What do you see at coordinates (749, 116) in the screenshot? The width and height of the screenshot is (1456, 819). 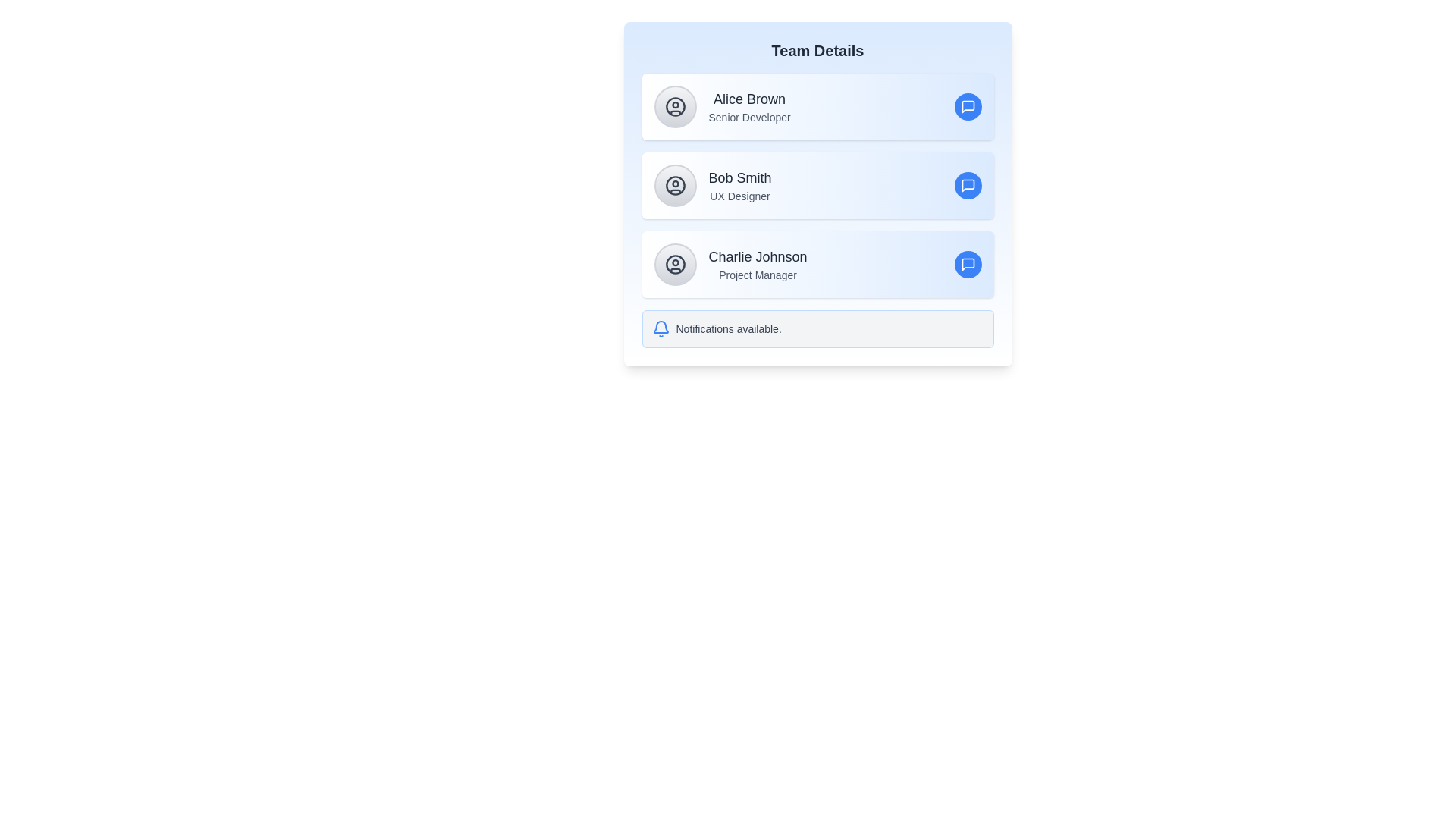 I see `text content of the label displaying the job title of 'Alice Brown', located under the 'Team Details' section and aligned to the right of her profile icon` at bounding box center [749, 116].